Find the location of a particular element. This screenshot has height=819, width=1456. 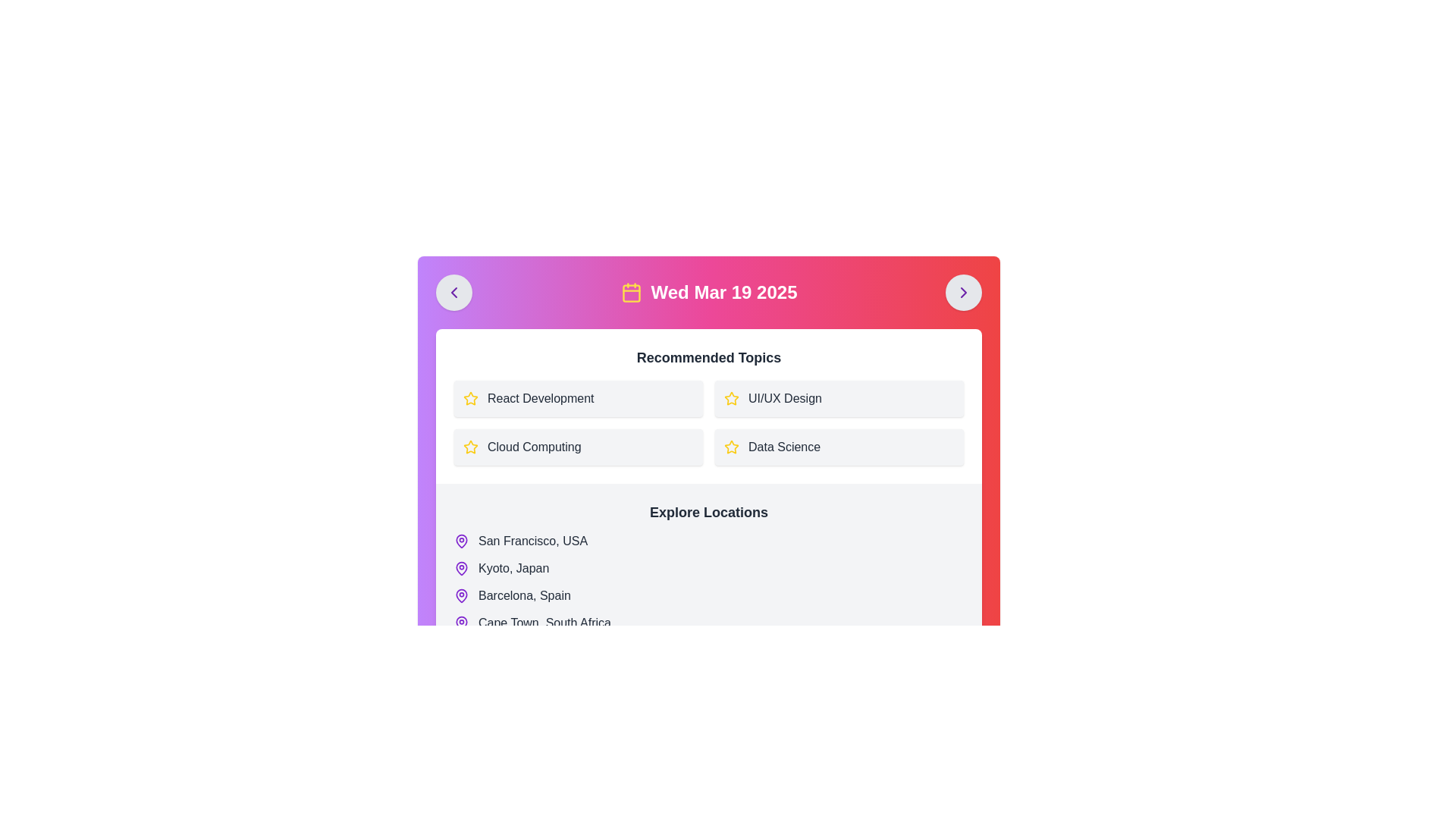

the bold header text labeled 'Recommended Topics', which is positioned prominently above a grid of clickable items is located at coordinates (708, 357).